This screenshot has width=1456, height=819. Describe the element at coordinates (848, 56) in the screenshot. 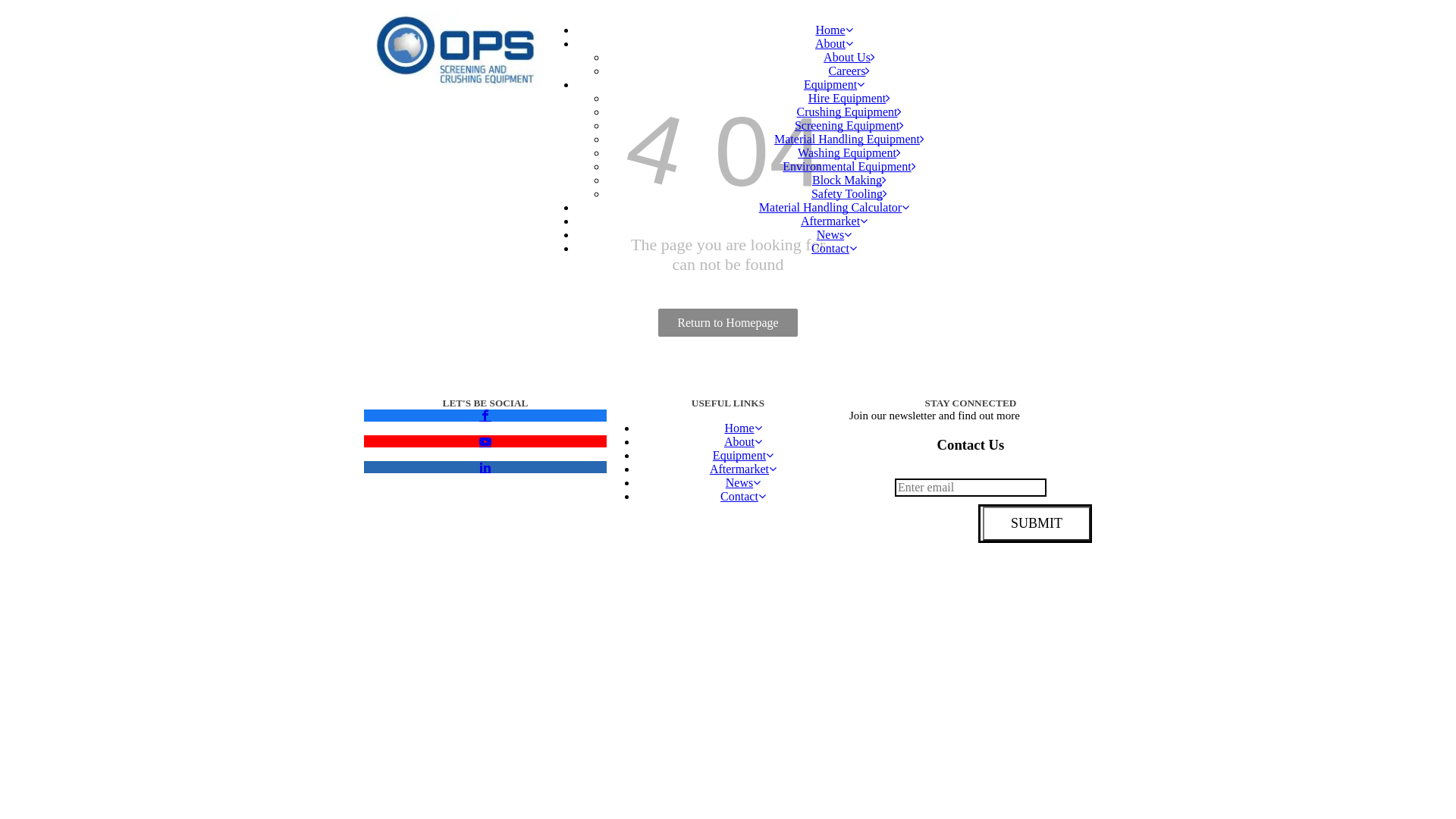

I see `'About Us'` at that location.